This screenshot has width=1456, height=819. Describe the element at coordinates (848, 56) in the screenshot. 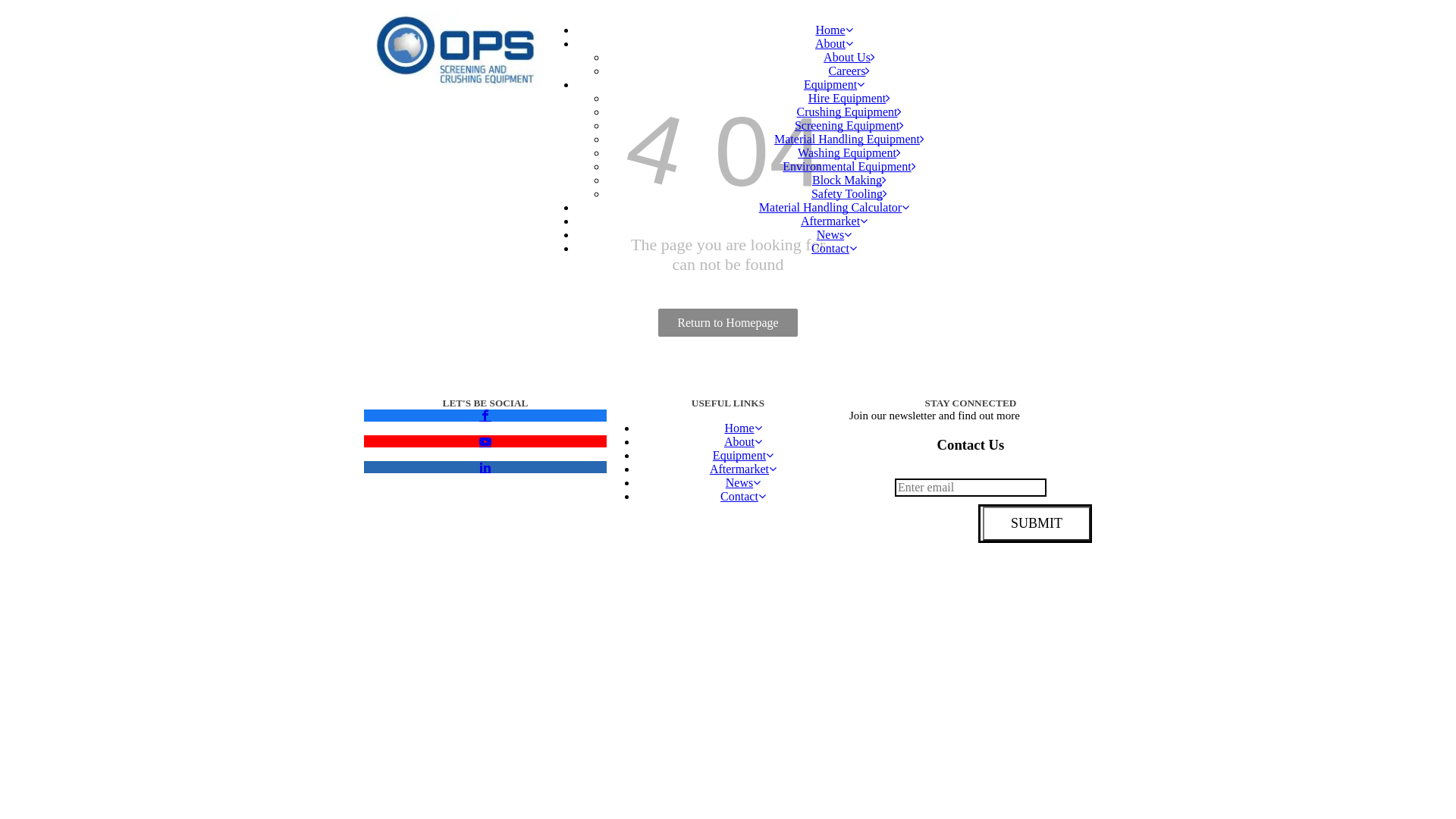

I see `'About Us'` at that location.